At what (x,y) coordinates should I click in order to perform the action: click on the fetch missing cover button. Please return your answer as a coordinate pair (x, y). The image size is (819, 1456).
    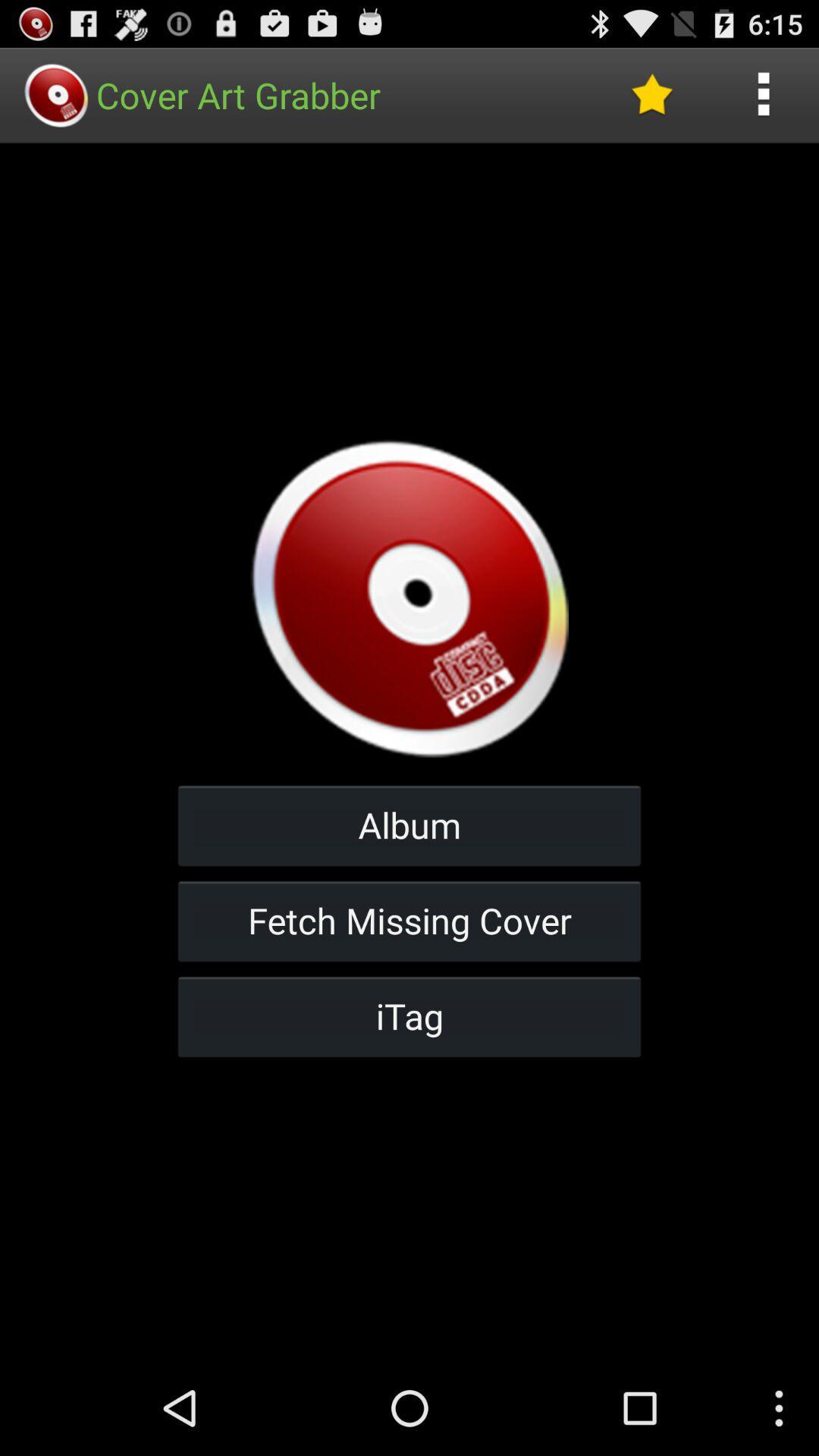
    Looking at the image, I should click on (409, 920).